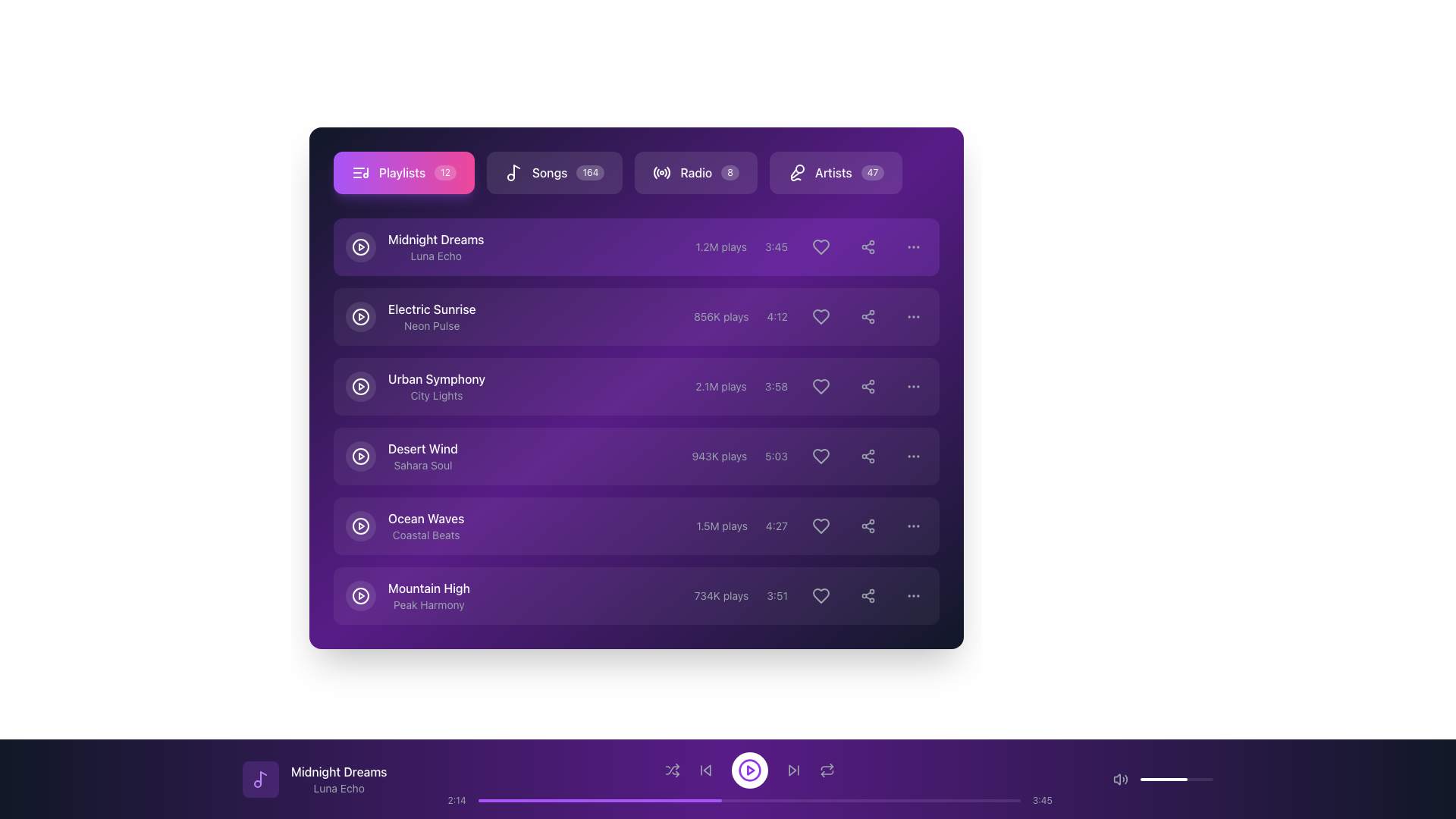 The image size is (1456, 819). What do you see at coordinates (636, 246) in the screenshot?
I see `the 'Midnight Dreams' track card, which has a rounded rectangle shape and purple gradient background` at bounding box center [636, 246].